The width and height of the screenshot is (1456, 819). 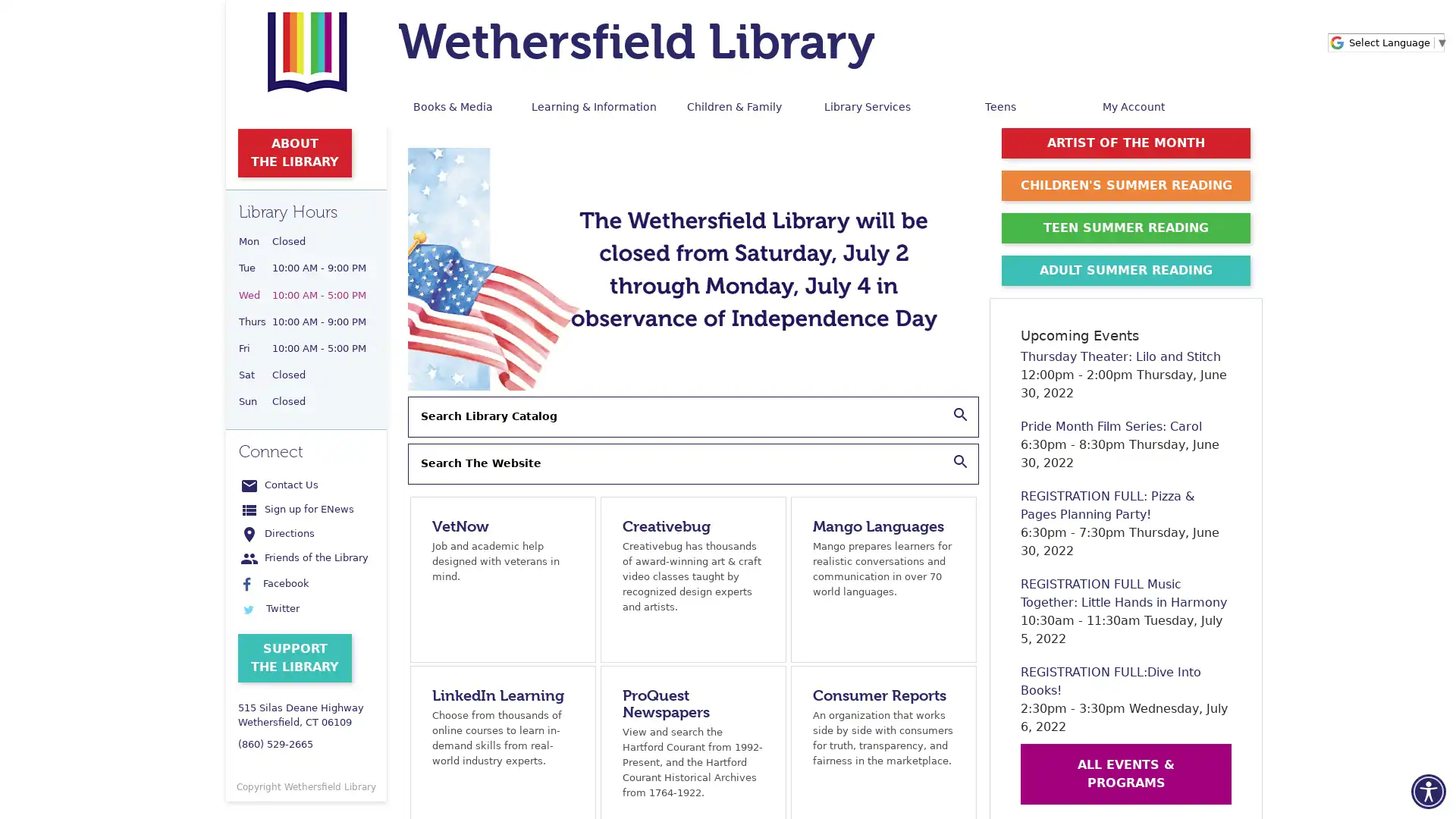 I want to click on SUPPORT THE LIBRARY, so click(x=294, y=657).